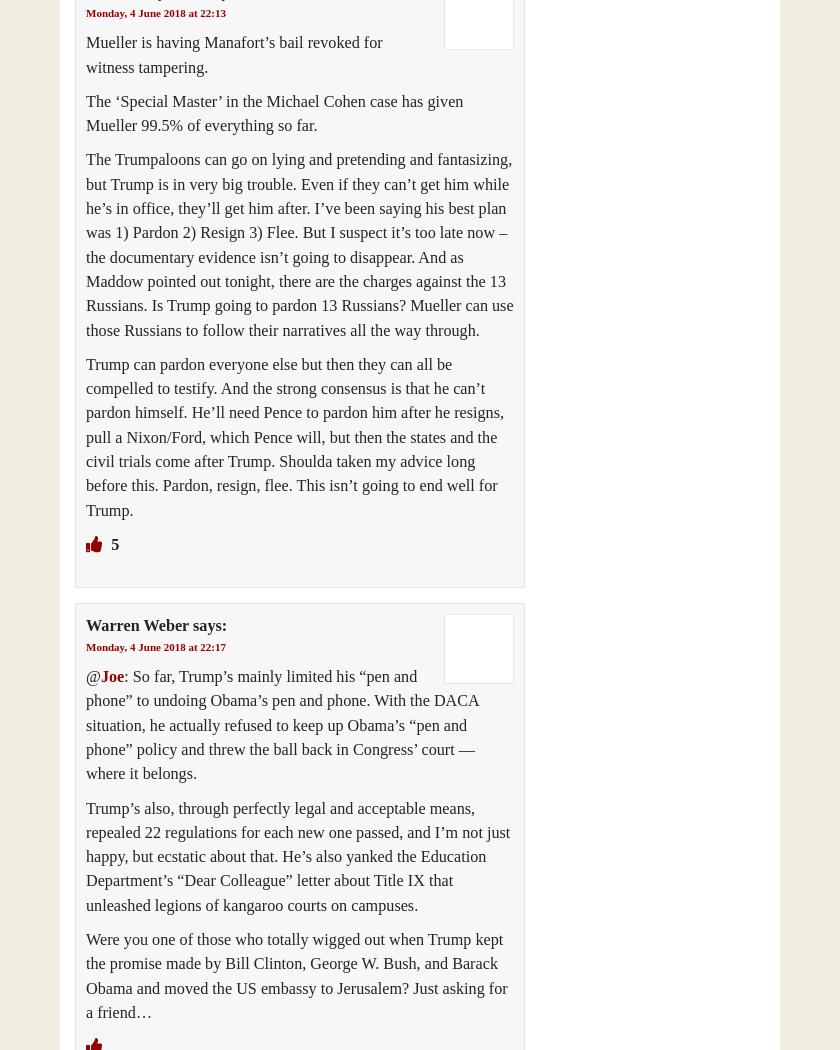 This screenshot has width=840, height=1050. What do you see at coordinates (113, 544) in the screenshot?
I see `'5'` at bounding box center [113, 544].